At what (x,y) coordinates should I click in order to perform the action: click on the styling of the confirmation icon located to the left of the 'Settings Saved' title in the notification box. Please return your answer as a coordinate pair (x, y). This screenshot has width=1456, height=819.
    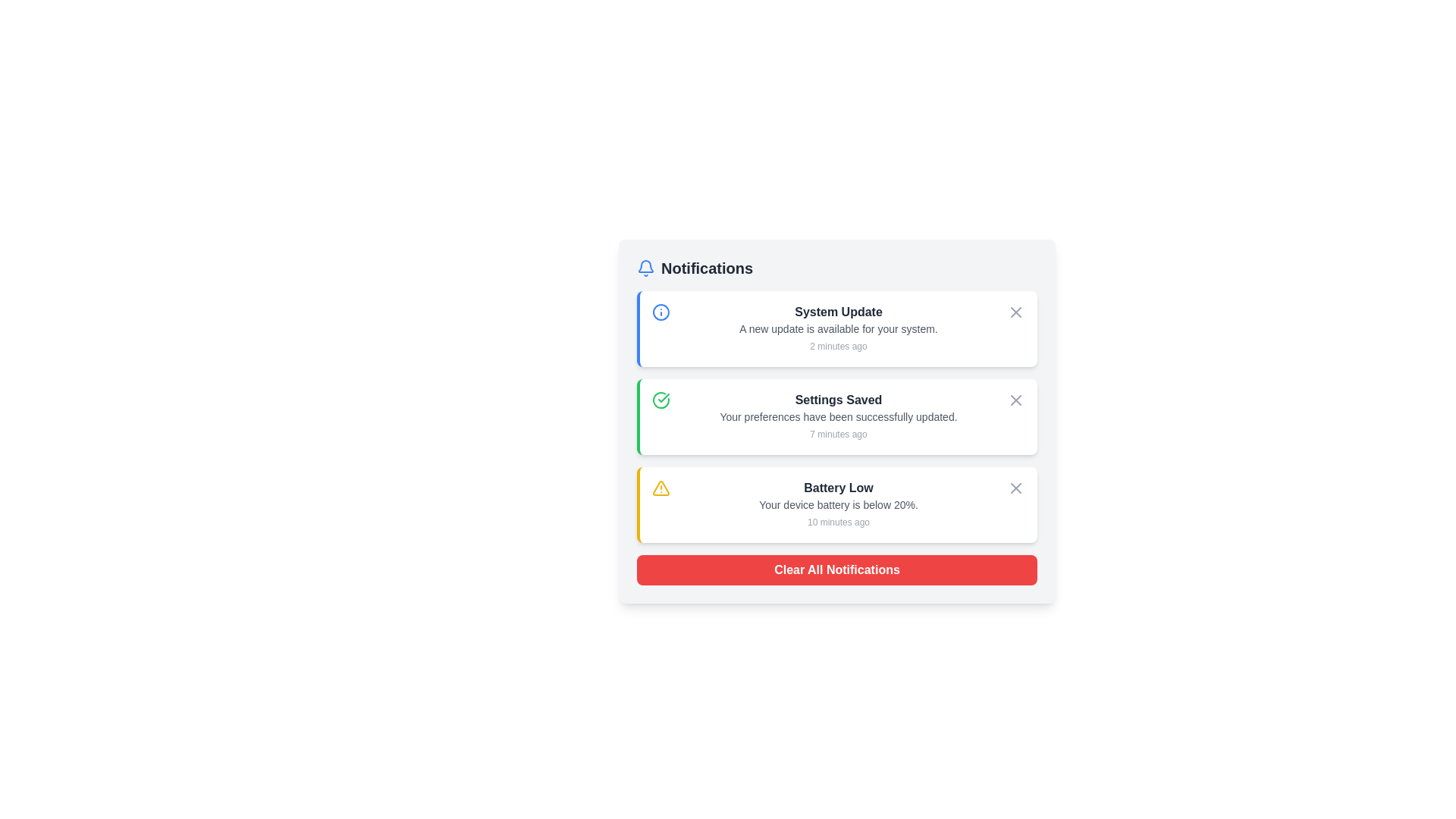
    Looking at the image, I should click on (661, 400).